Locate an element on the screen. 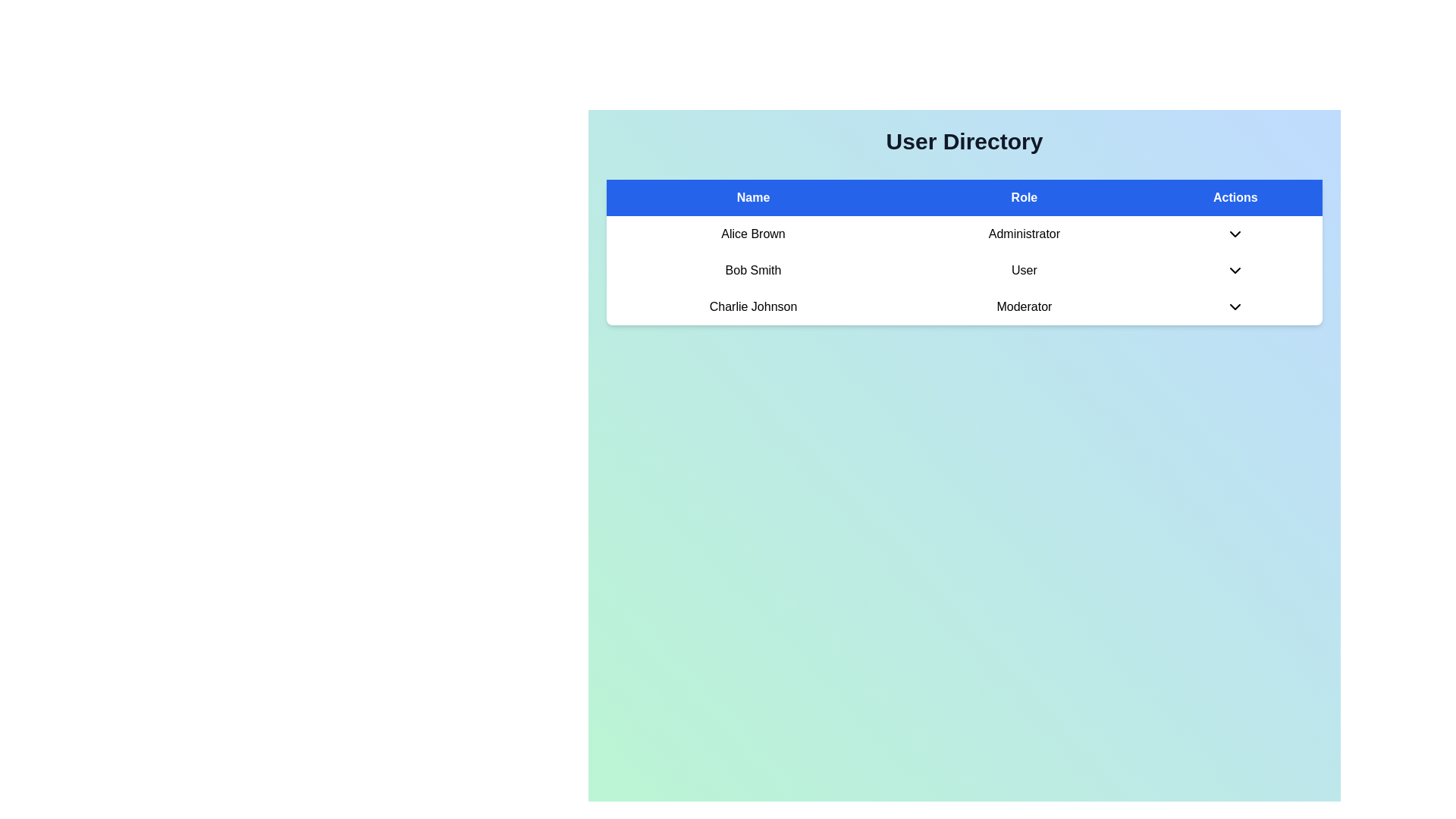 Image resolution: width=1456 pixels, height=819 pixels. the text label indicating the role 'Administrator' assigned to user 'Alice Brown' in the directory is located at coordinates (1024, 234).